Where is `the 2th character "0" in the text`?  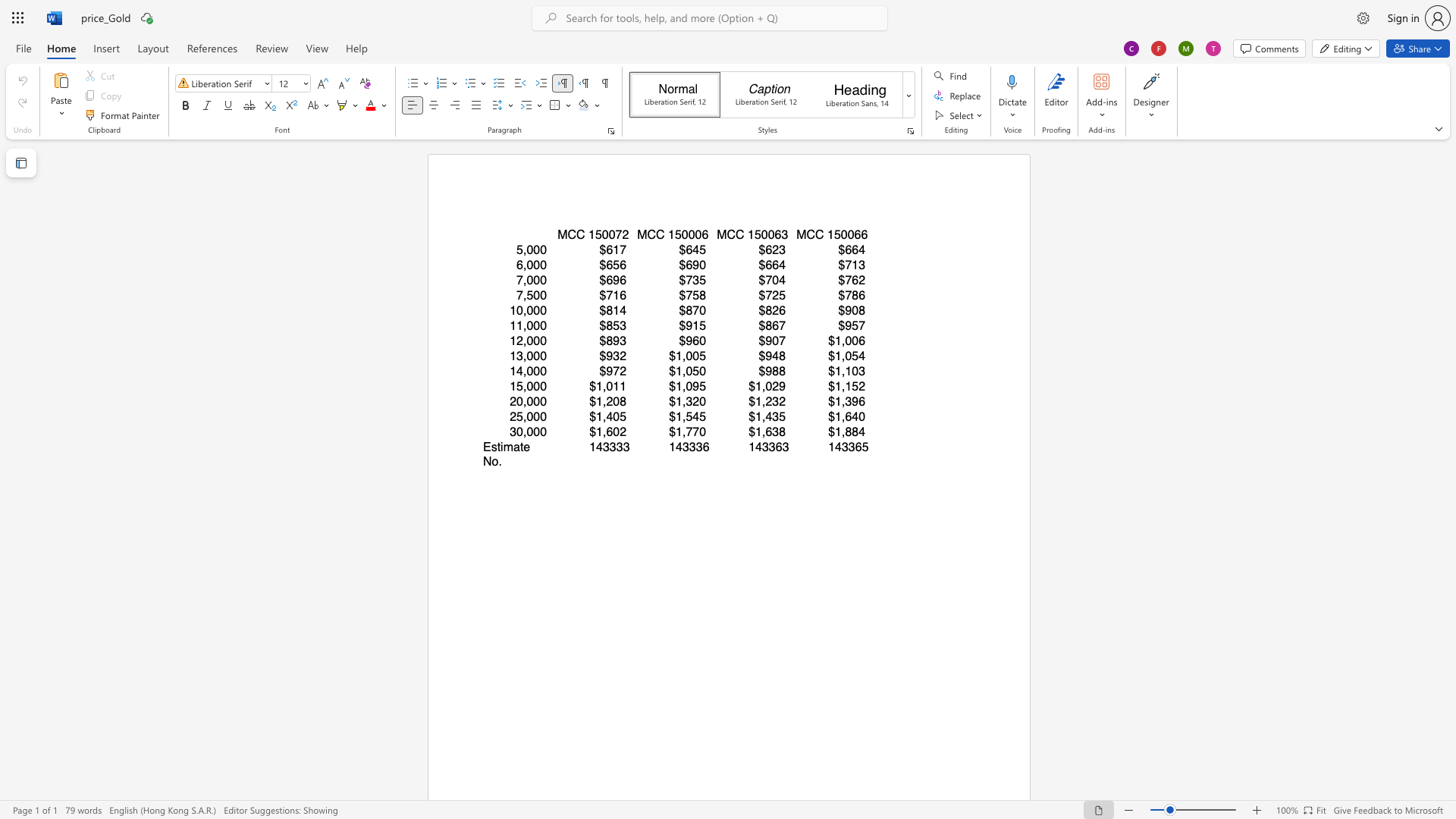 the 2th character "0" in the text is located at coordinates (612, 234).